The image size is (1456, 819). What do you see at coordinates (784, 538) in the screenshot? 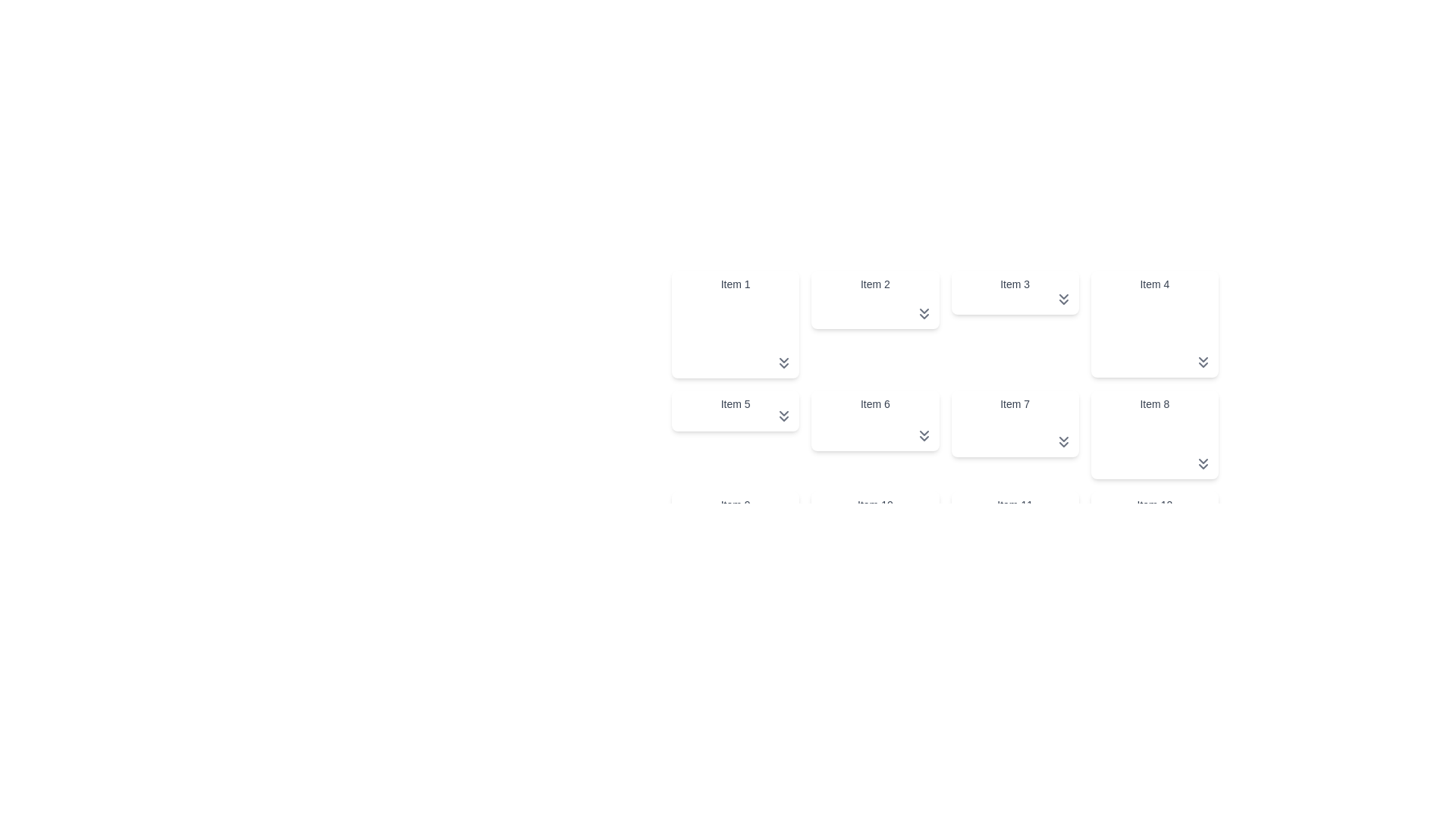
I see `the button located at the bottom right corner of the card labeled 'Item 9'` at bounding box center [784, 538].